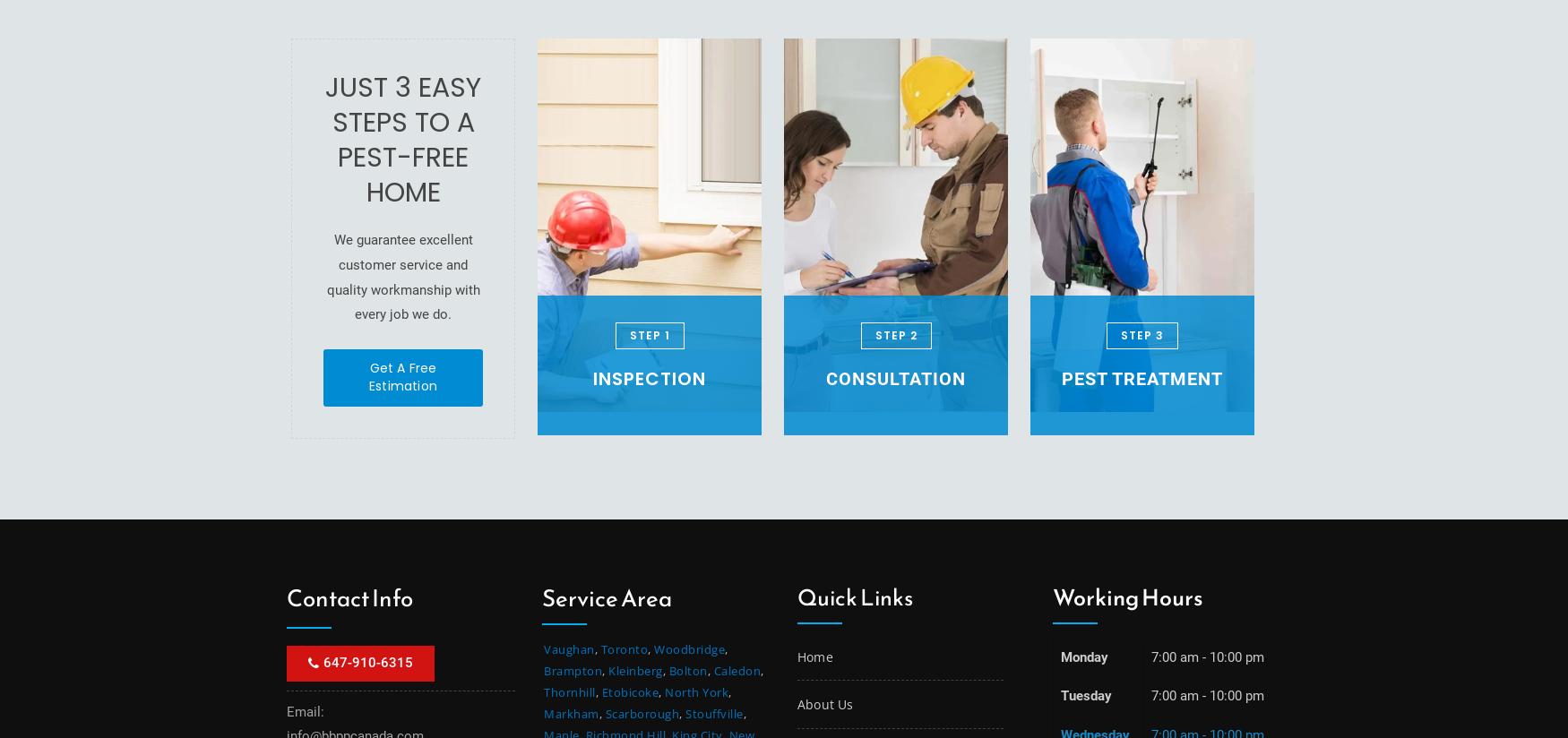 The width and height of the screenshot is (1568, 738). Describe the element at coordinates (797, 703) in the screenshot. I see `'About Us'` at that location.